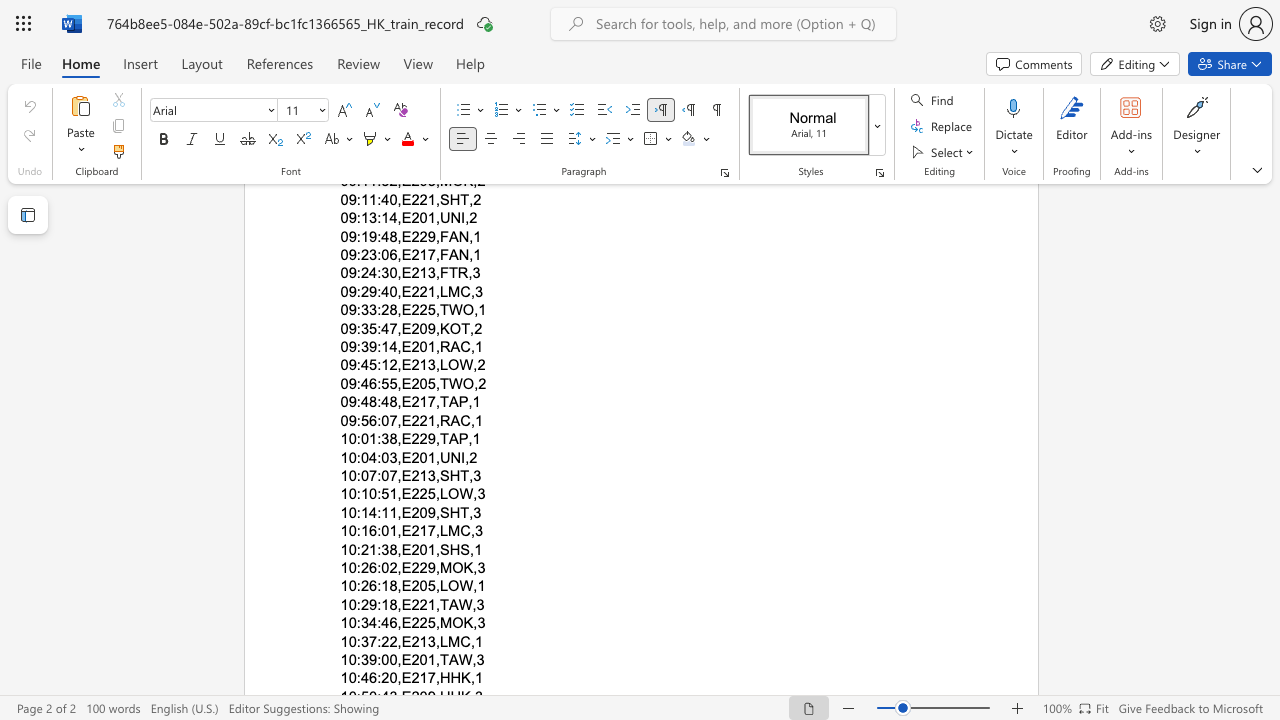 The height and width of the screenshot is (720, 1280). I want to click on the space between the continuous character "0" and "3" in the text, so click(389, 457).